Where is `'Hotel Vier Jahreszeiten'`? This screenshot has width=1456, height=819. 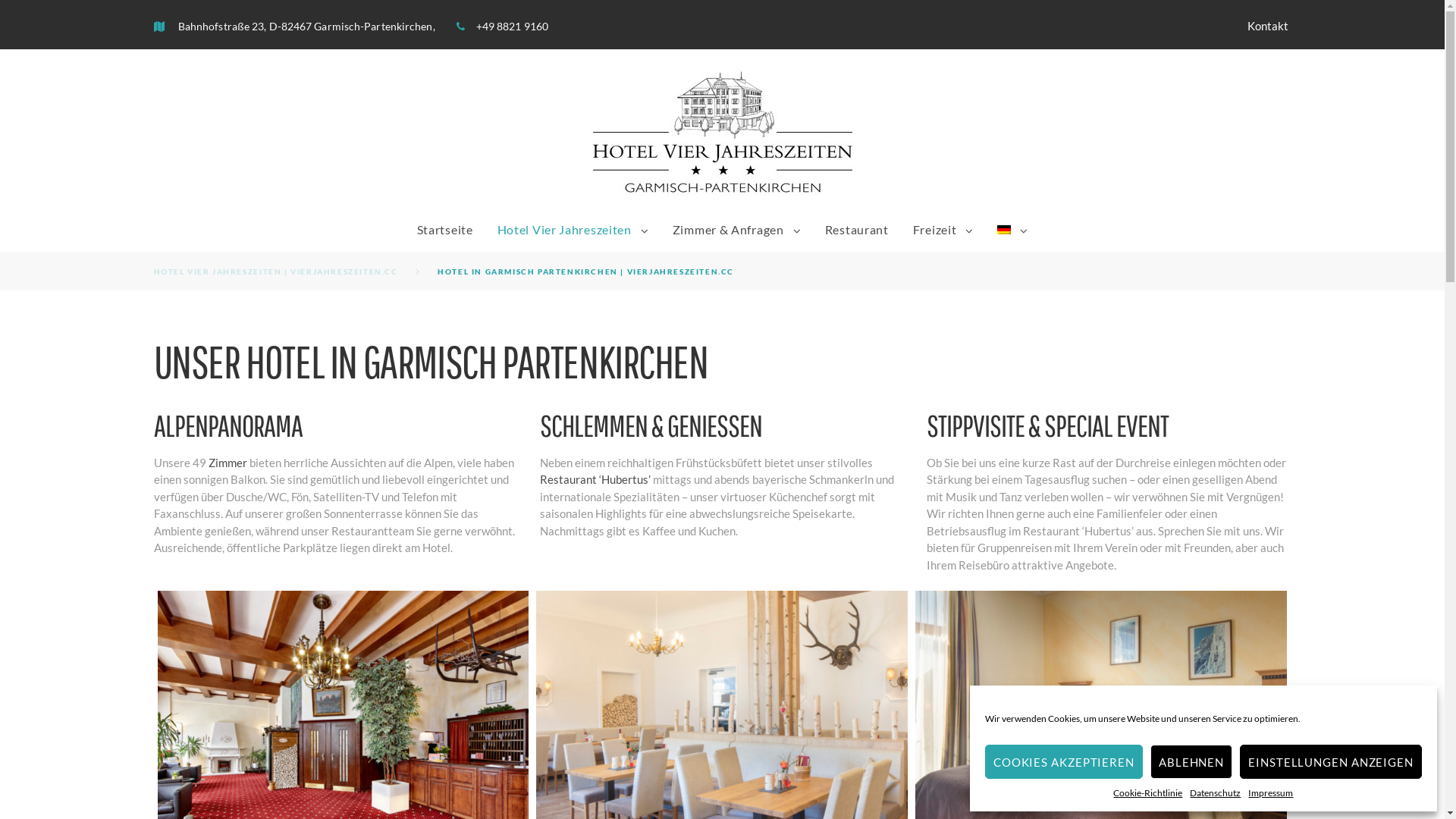
'Hotel Vier Jahreszeiten' is located at coordinates (563, 228).